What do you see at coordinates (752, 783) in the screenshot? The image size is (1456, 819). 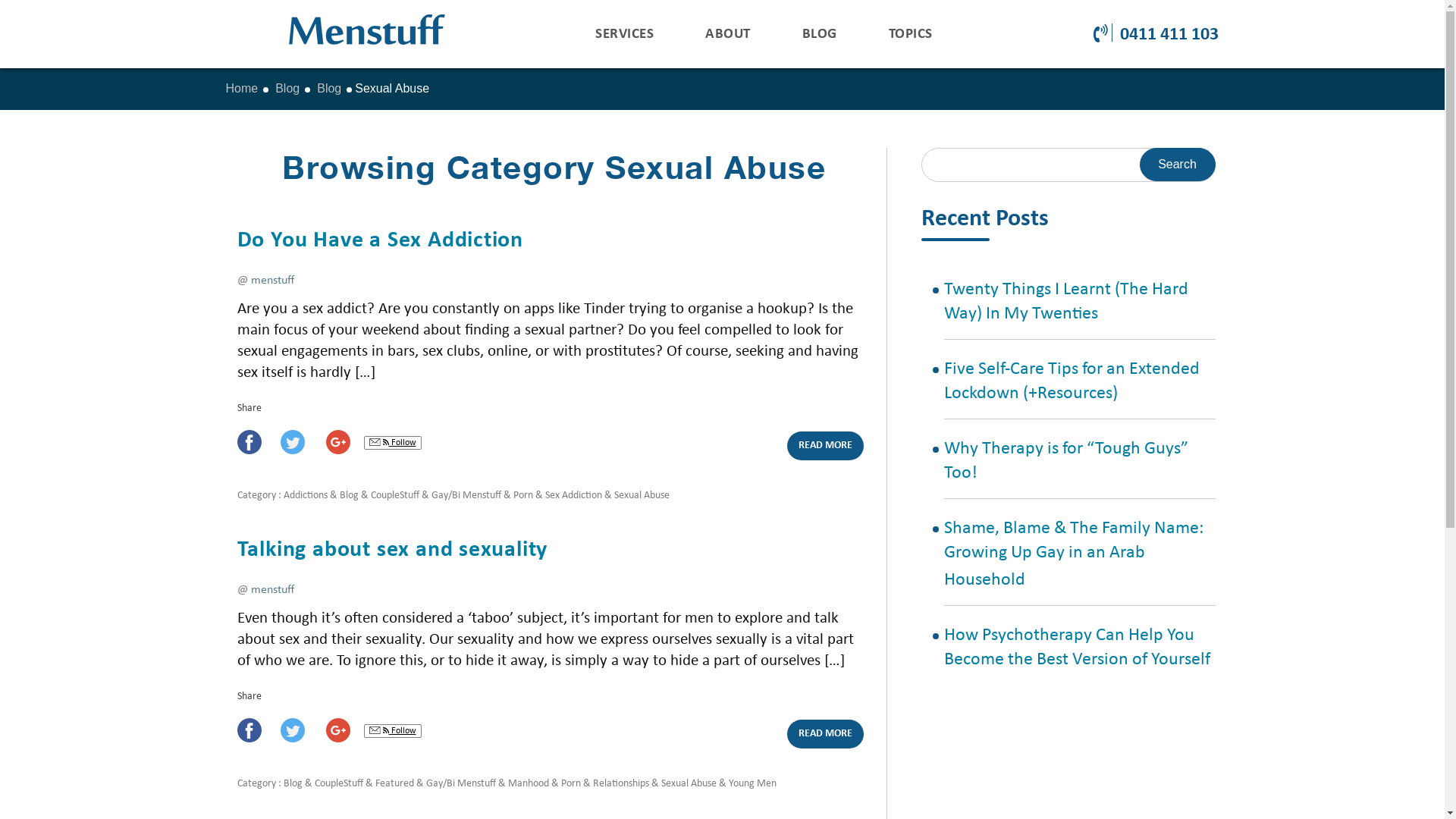 I see `'Young Men'` at bounding box center [752, 783].